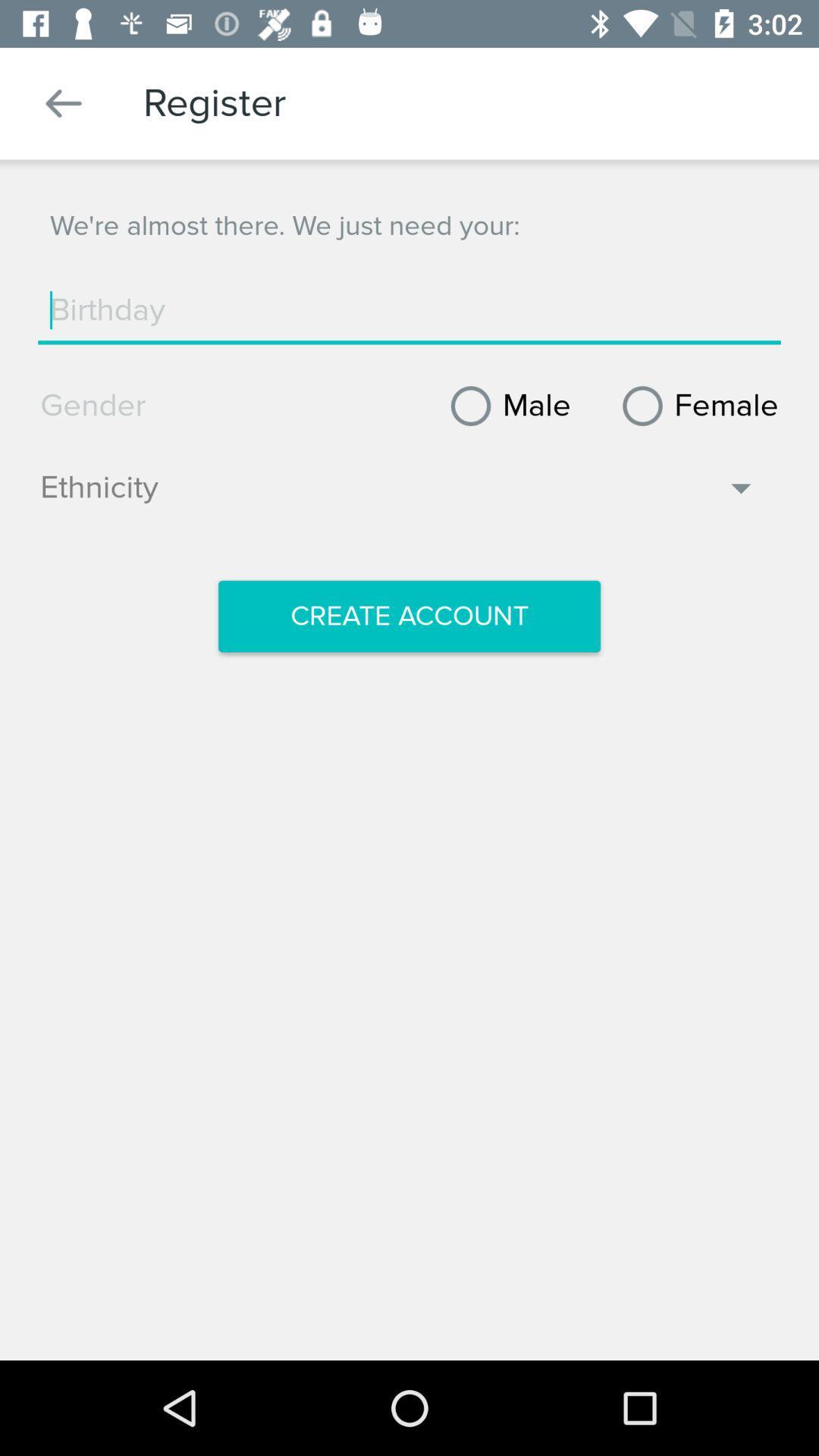 The width and height of the screenshot is (819, 1456). Describe the element at coordinates (505, 406) in the screenshot. I see `item to the left of female` at that location.